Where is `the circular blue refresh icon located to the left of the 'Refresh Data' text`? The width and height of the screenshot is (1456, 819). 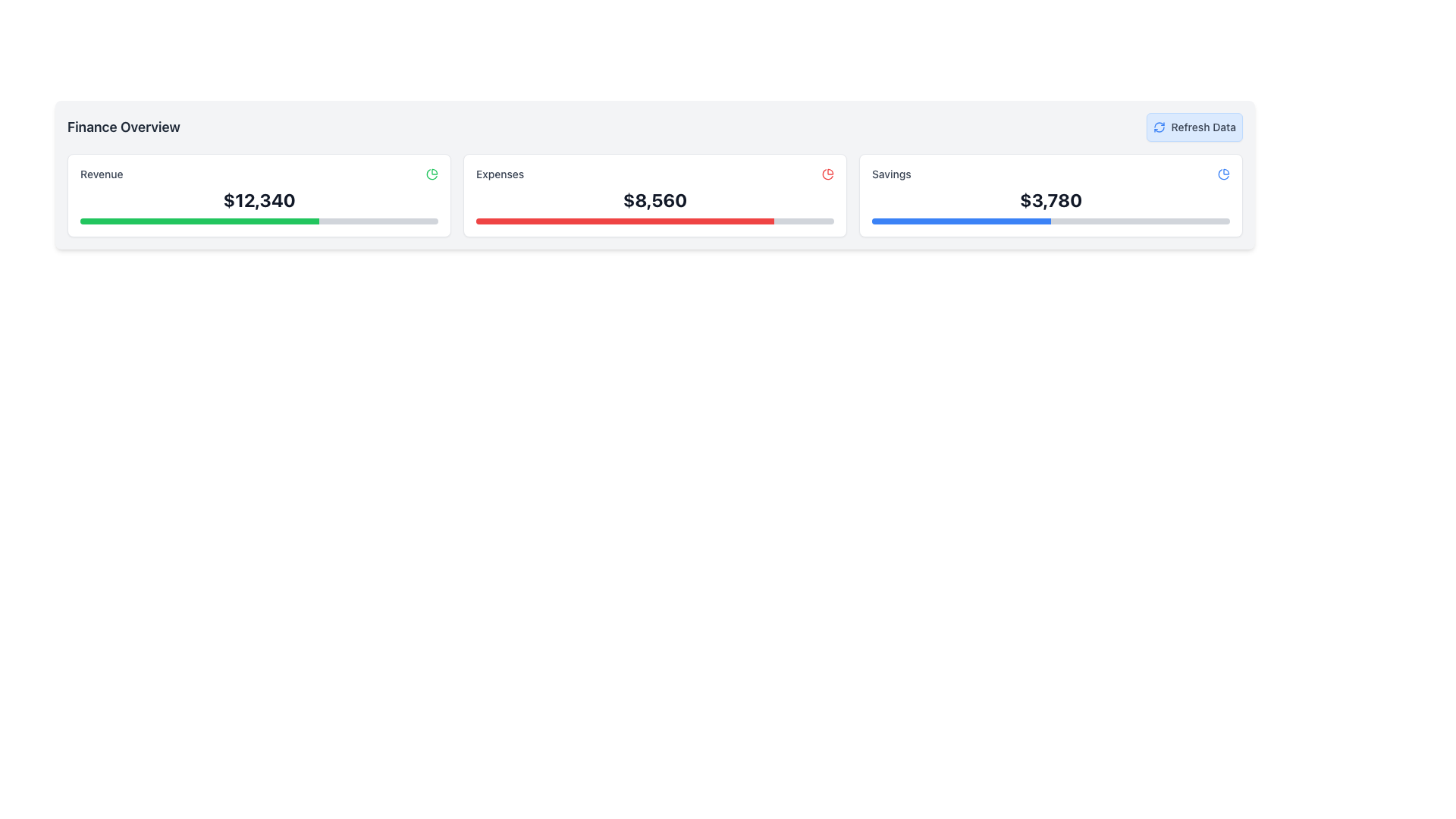 the circular blue refresh icon located to the left of the 'Refresh Data' text is located at coordinates (1158, 127).